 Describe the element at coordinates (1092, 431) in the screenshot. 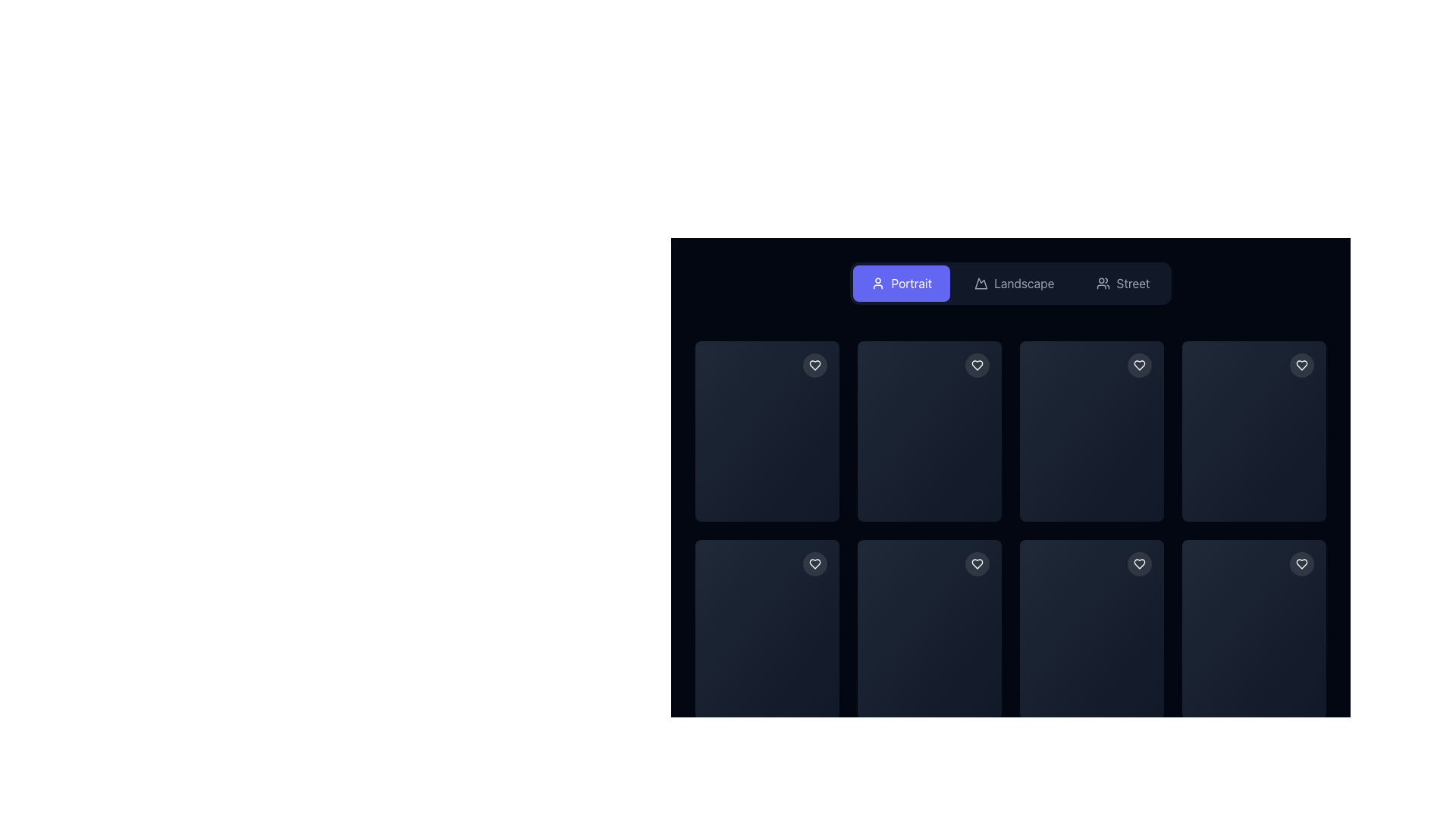

I see `the Image card panel located in the top row, third column of panels within the grid` at that location.